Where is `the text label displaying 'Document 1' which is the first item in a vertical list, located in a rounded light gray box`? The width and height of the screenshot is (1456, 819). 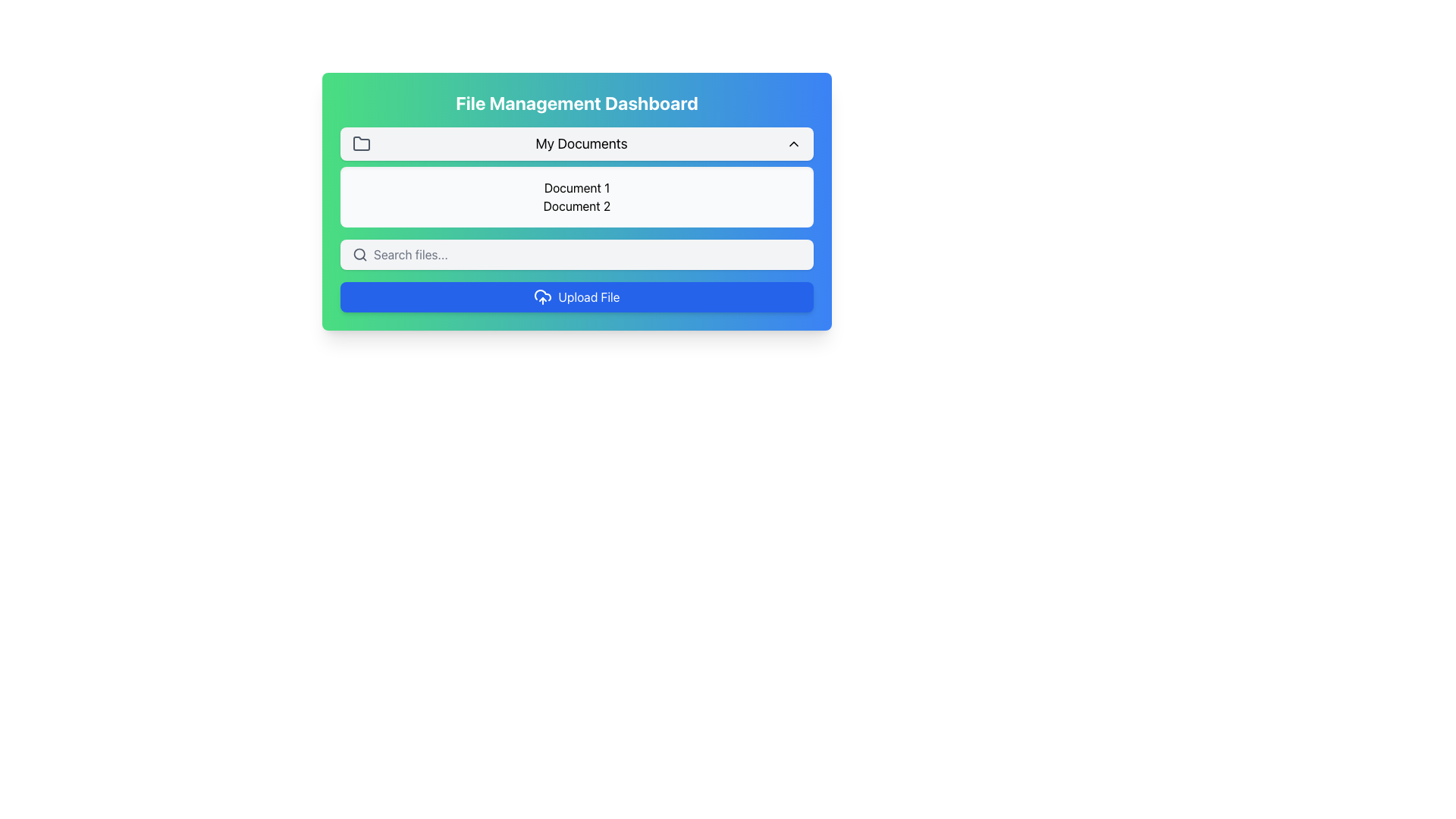
the text label displaying 'Document 1' which is the first item in a vertical list, located in a rounded light gray box is located at coordinates (576, 187).